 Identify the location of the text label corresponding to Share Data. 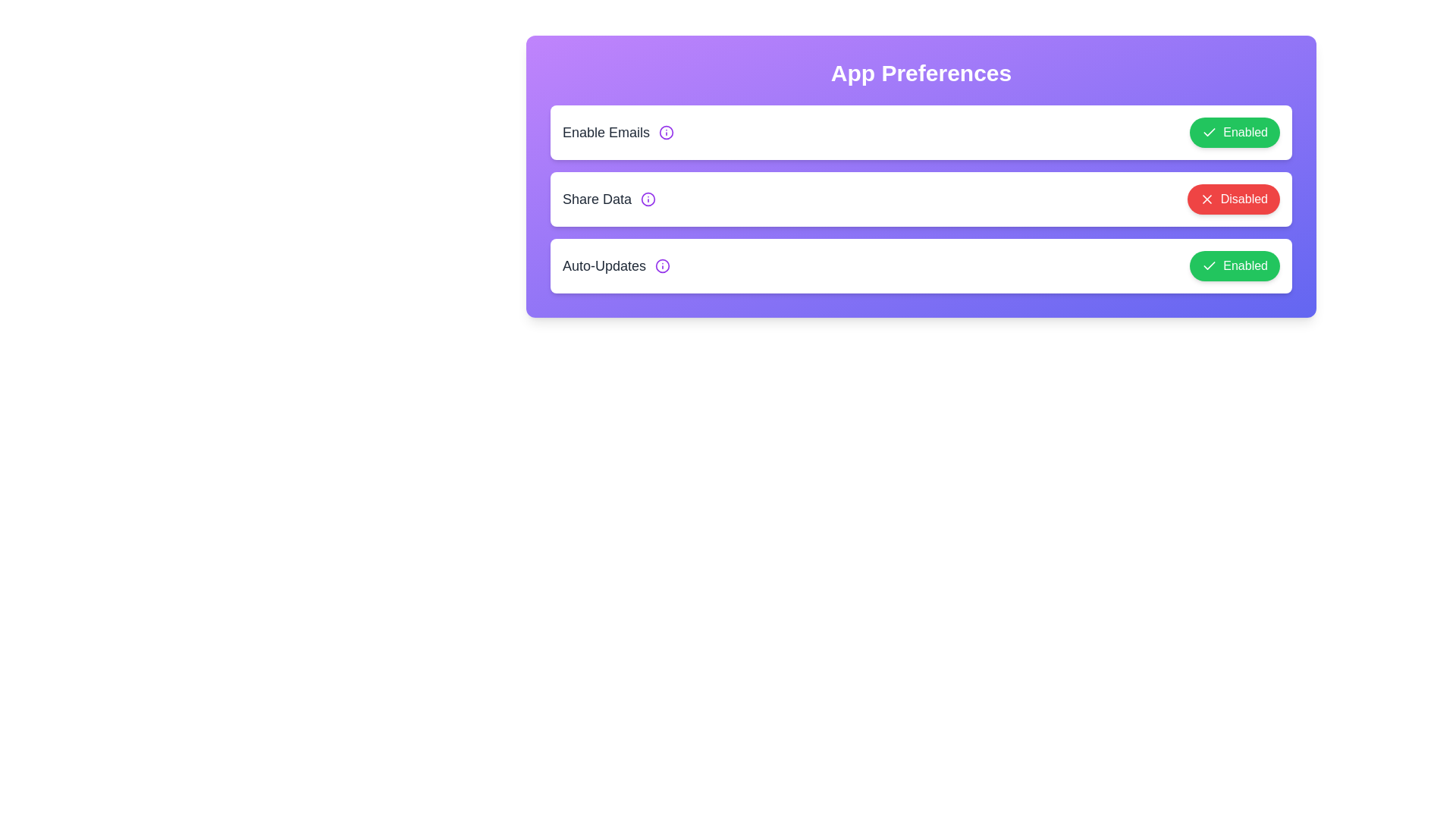
(596, 198).